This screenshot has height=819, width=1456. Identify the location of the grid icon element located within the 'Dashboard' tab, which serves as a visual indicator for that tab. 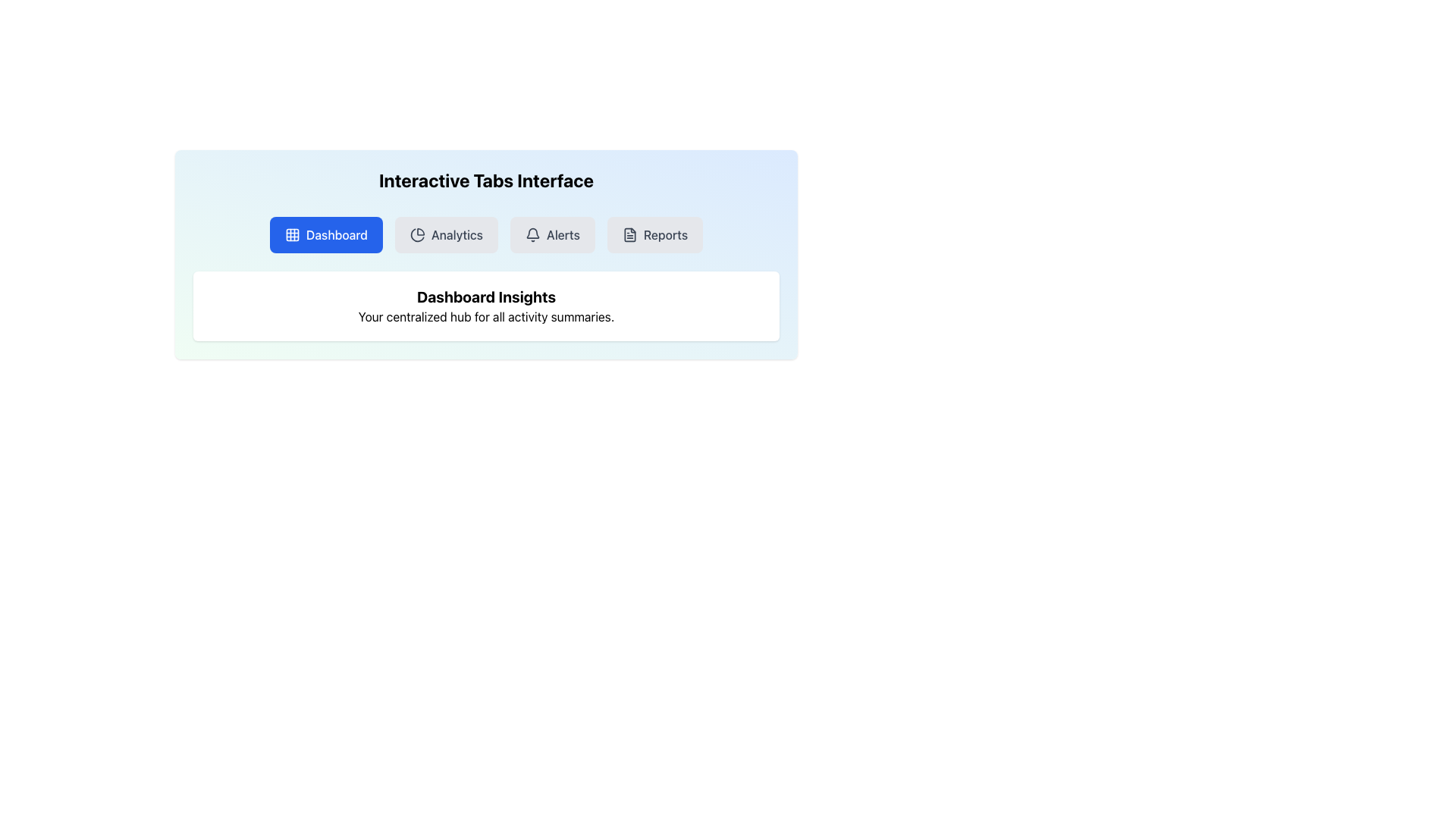
(292, 234).